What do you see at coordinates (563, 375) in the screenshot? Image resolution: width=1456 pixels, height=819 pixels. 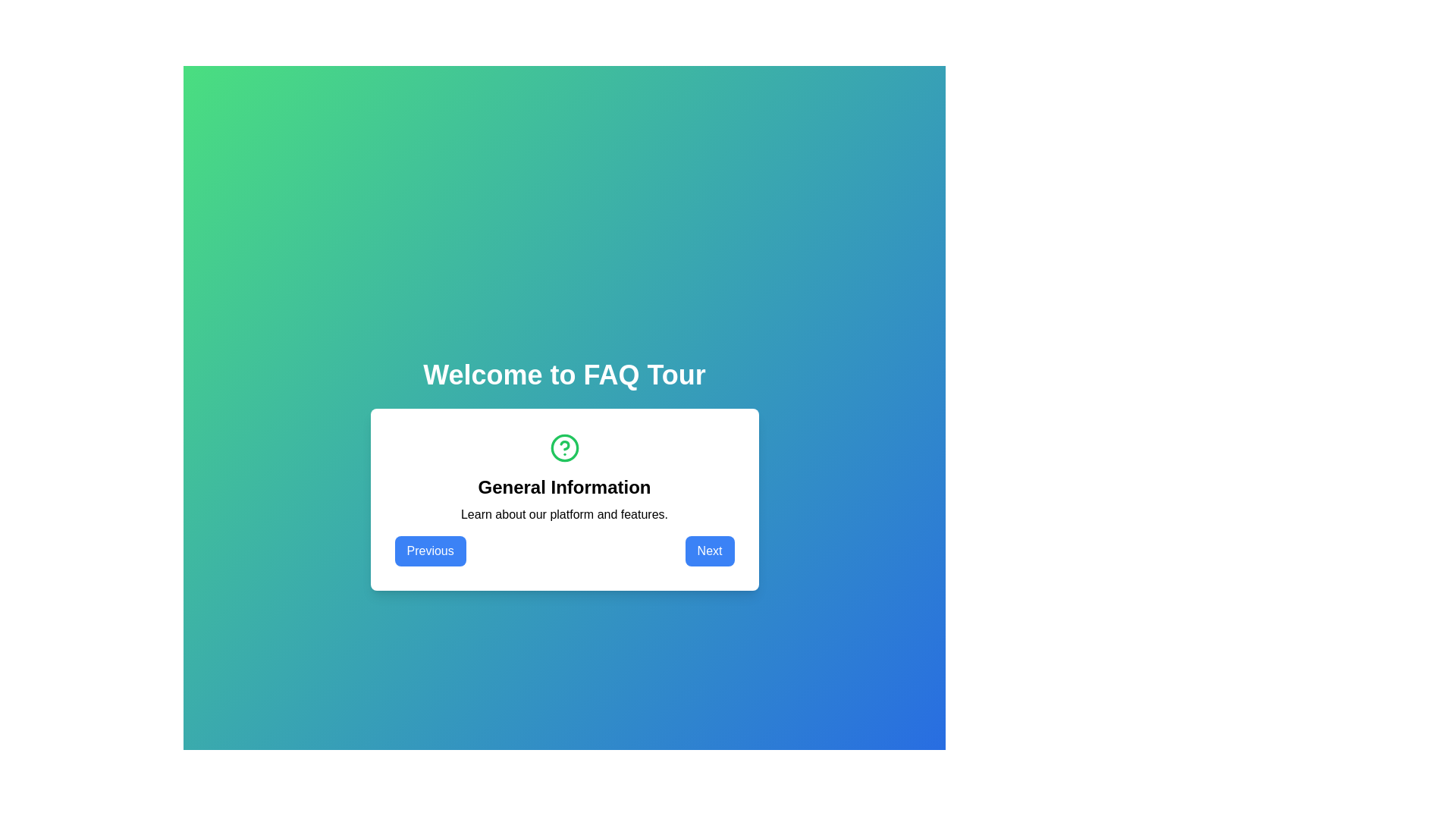 I see `the text heading that reads 'Welcome to FAQ Tour', which is located at the top-center of the page, above the card-like section containing buttons labeled 'Previous' and 'Next'` at bounding box center [563, 375].